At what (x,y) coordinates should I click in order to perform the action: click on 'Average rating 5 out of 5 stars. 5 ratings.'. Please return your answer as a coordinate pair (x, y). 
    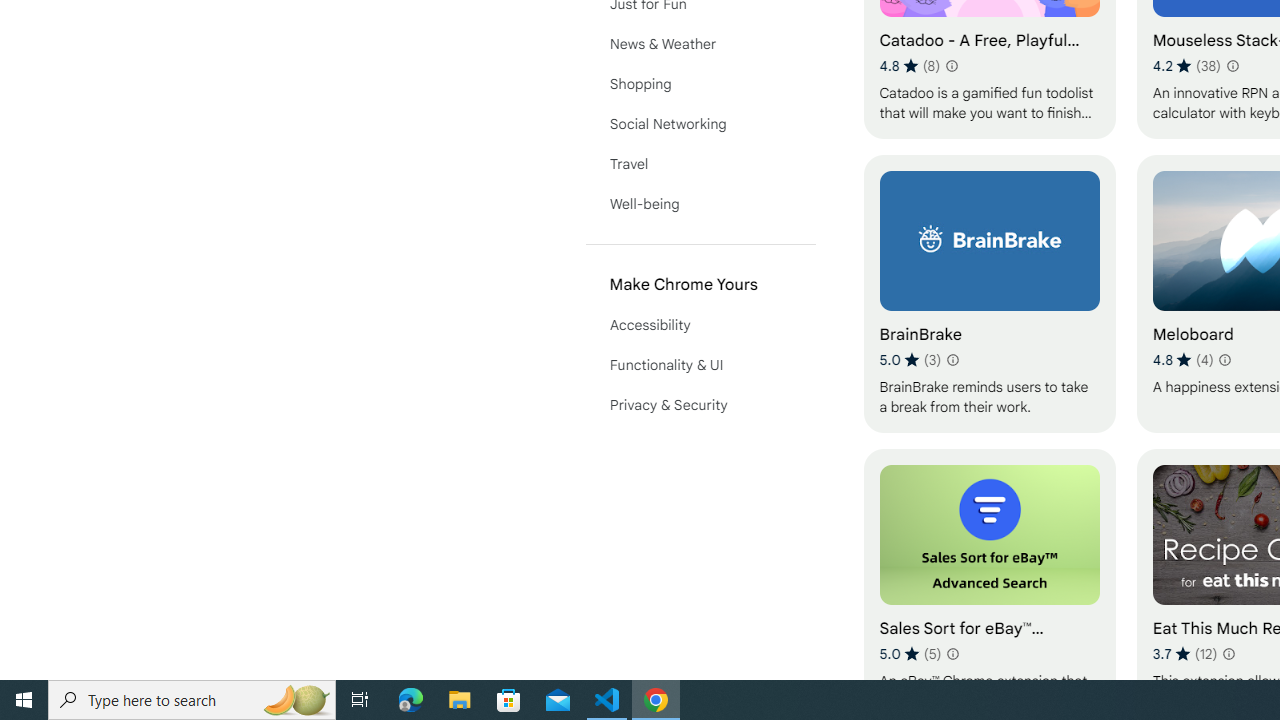
    Looking at the image, I should click on (909, 653).